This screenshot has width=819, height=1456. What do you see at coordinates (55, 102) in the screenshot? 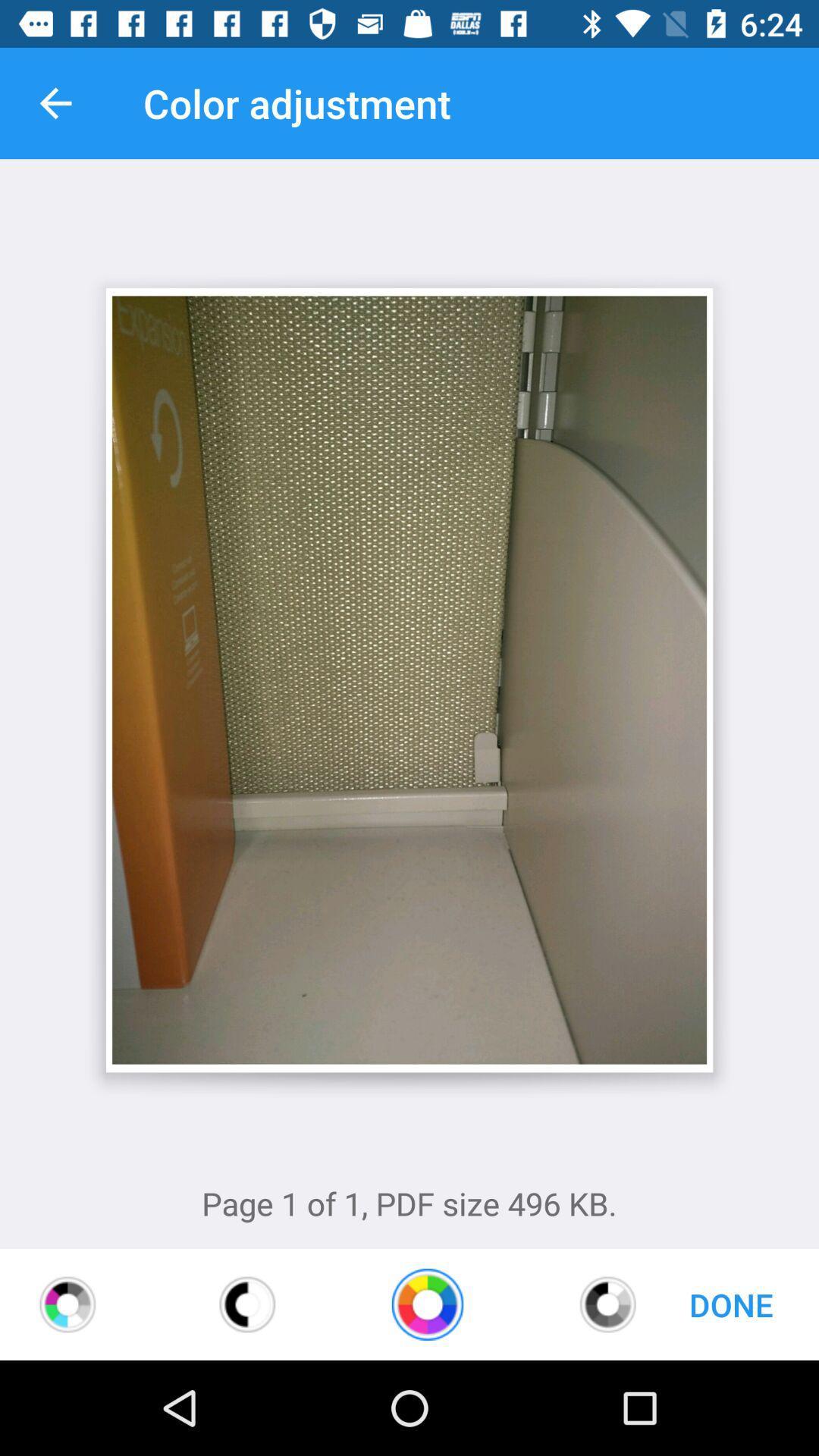
I see `icon at the top left corner` at bounding box center [55, 102].